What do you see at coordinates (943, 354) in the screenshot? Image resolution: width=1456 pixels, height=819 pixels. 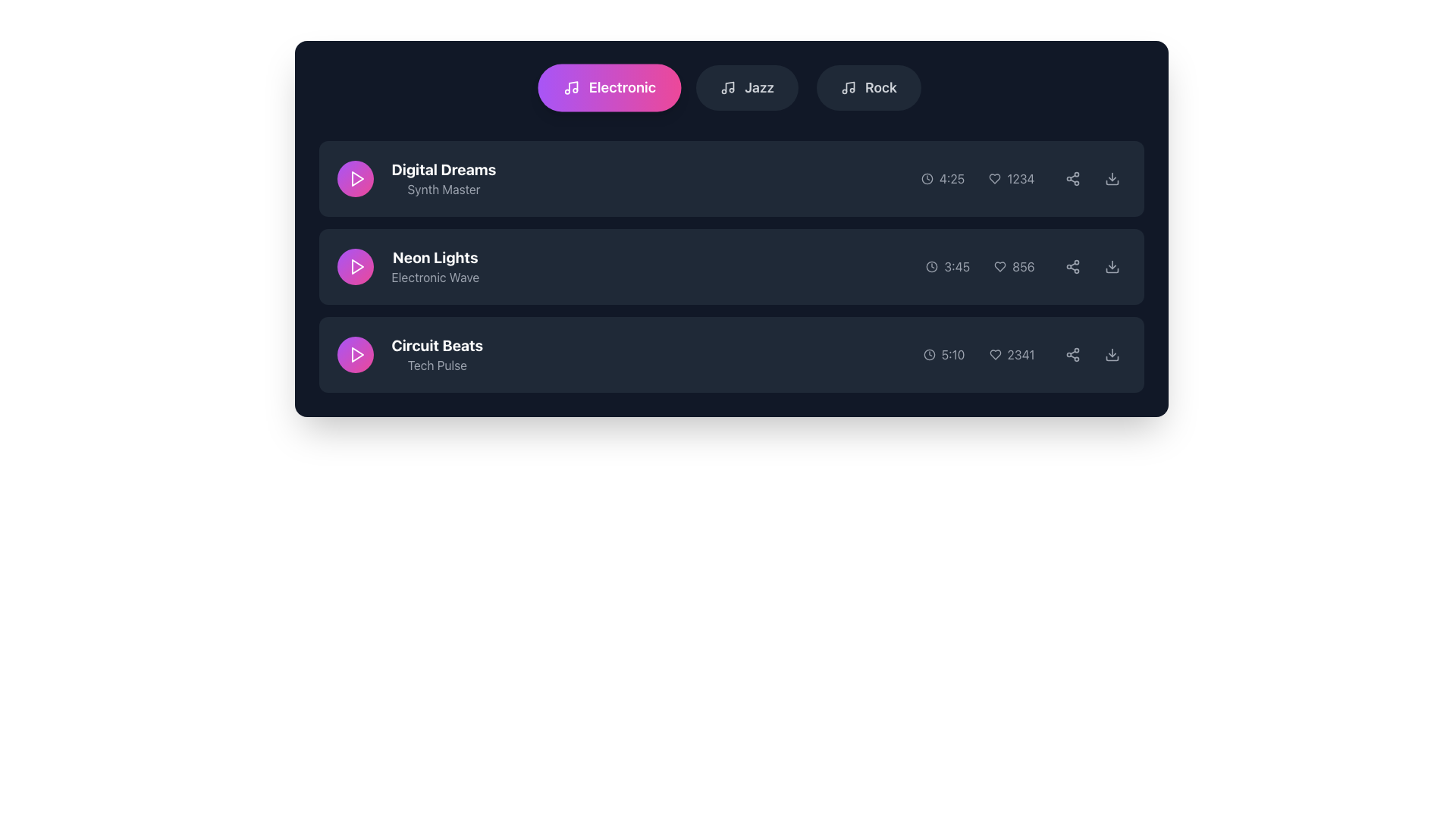 I see `the Text label with an icon that displays the duration of the media item, located in the third row on the right side of the row, adjacent to other icons and text elements` at bounding box center [943, 354].